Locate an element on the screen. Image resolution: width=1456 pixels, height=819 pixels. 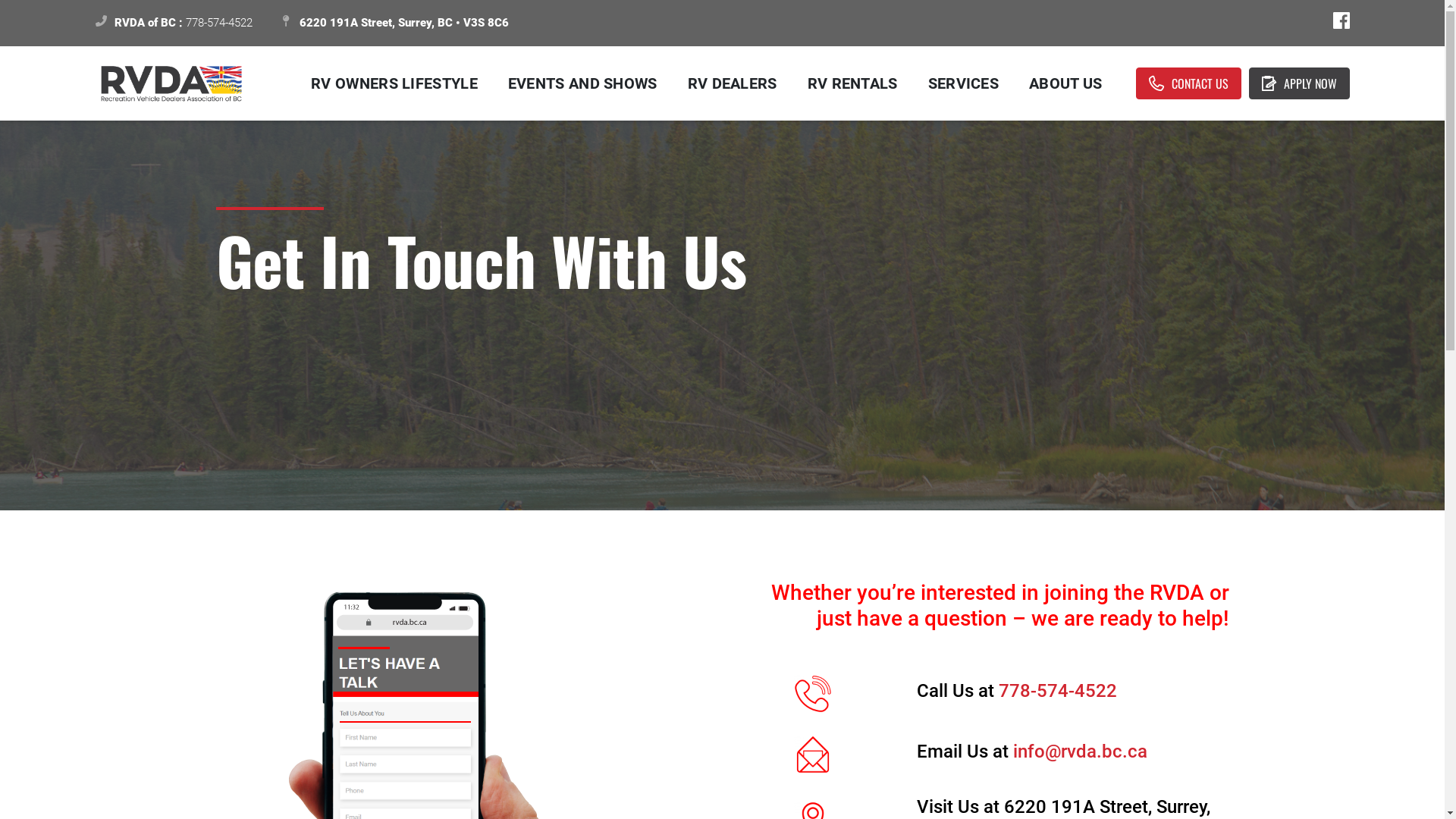
'RV RENTALS' is located at coordinates (852, 83).